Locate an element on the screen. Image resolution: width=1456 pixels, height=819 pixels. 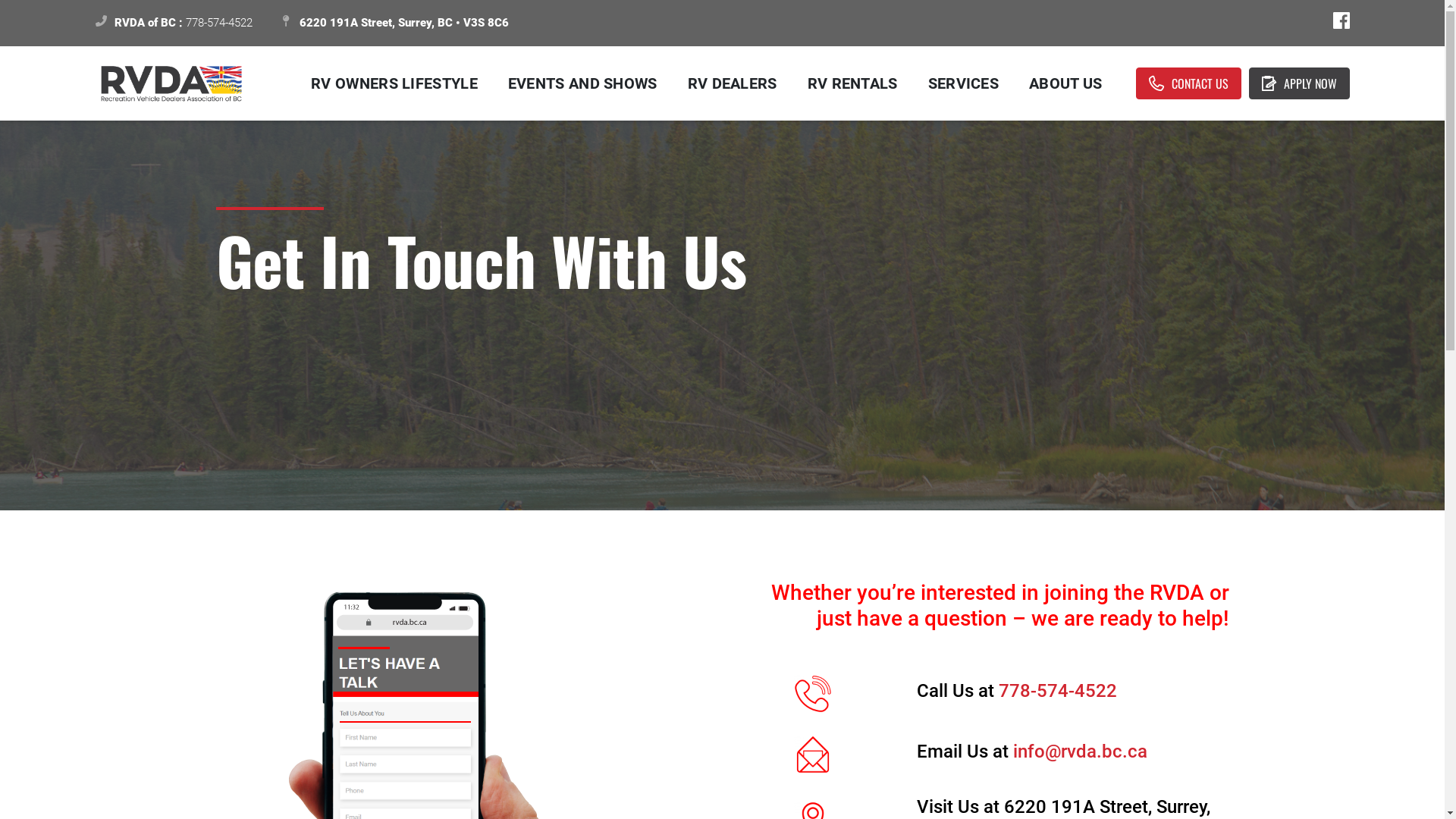
'RV RENTALS' is located at coordinates (852, 83).